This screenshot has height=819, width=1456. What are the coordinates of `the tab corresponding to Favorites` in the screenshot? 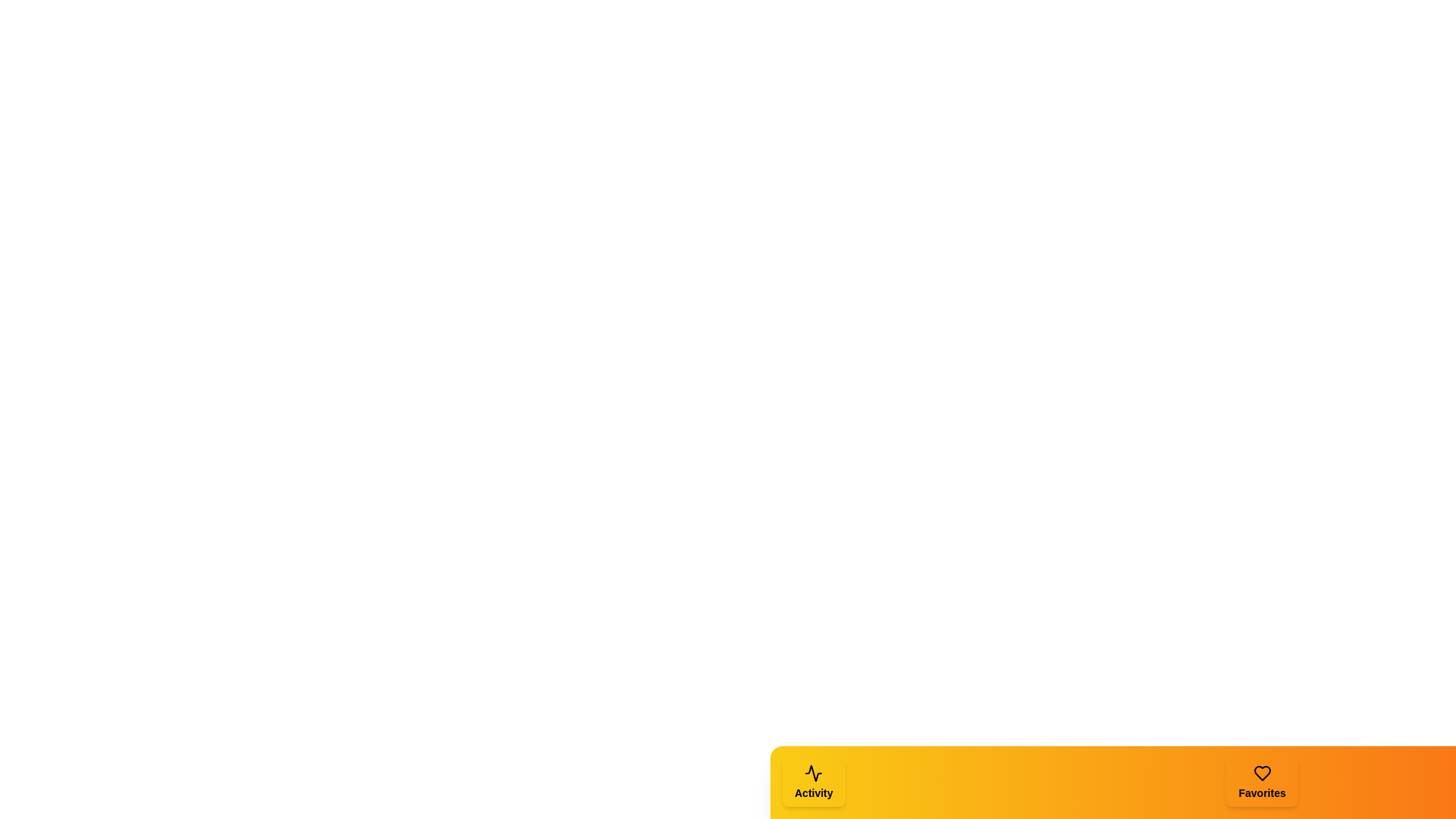 It's located at (1262, 783).